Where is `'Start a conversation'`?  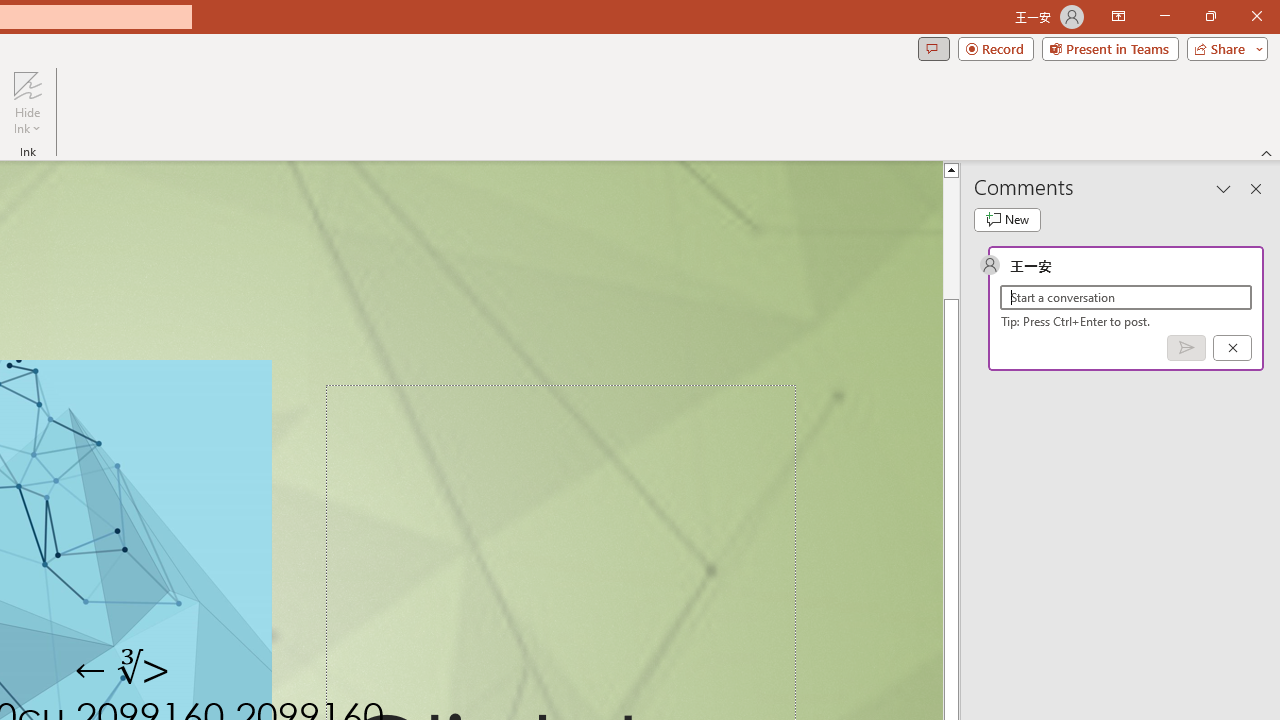 'Start a conversation' is located at coordinates (1126, 297).